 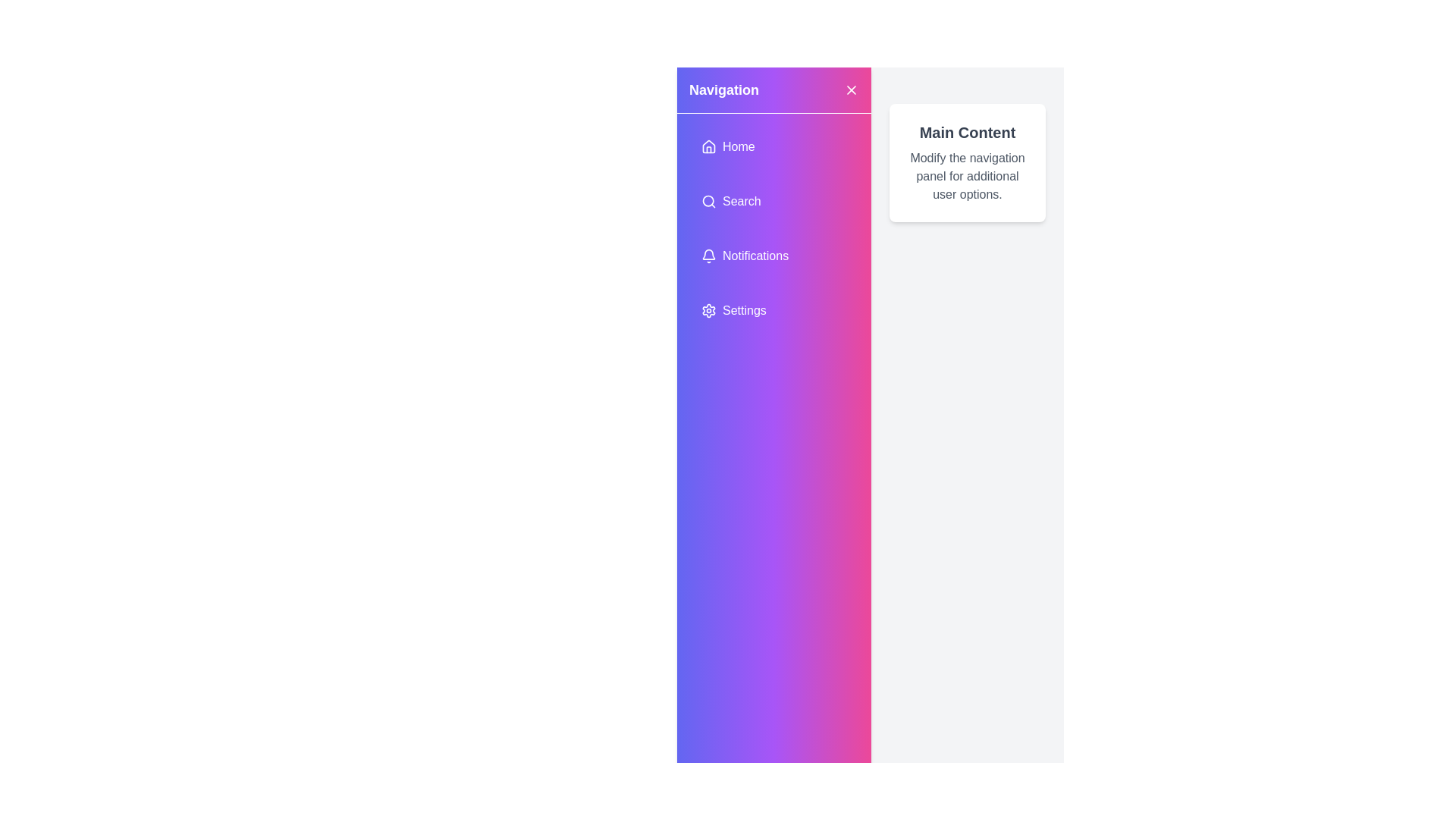 What do you see at coordinates (708, 200) in the screenshot?
I see `the SVG Circle Element representing the magnifying lens of the search icon in the navigation menu` at bounding box center [708, 200].